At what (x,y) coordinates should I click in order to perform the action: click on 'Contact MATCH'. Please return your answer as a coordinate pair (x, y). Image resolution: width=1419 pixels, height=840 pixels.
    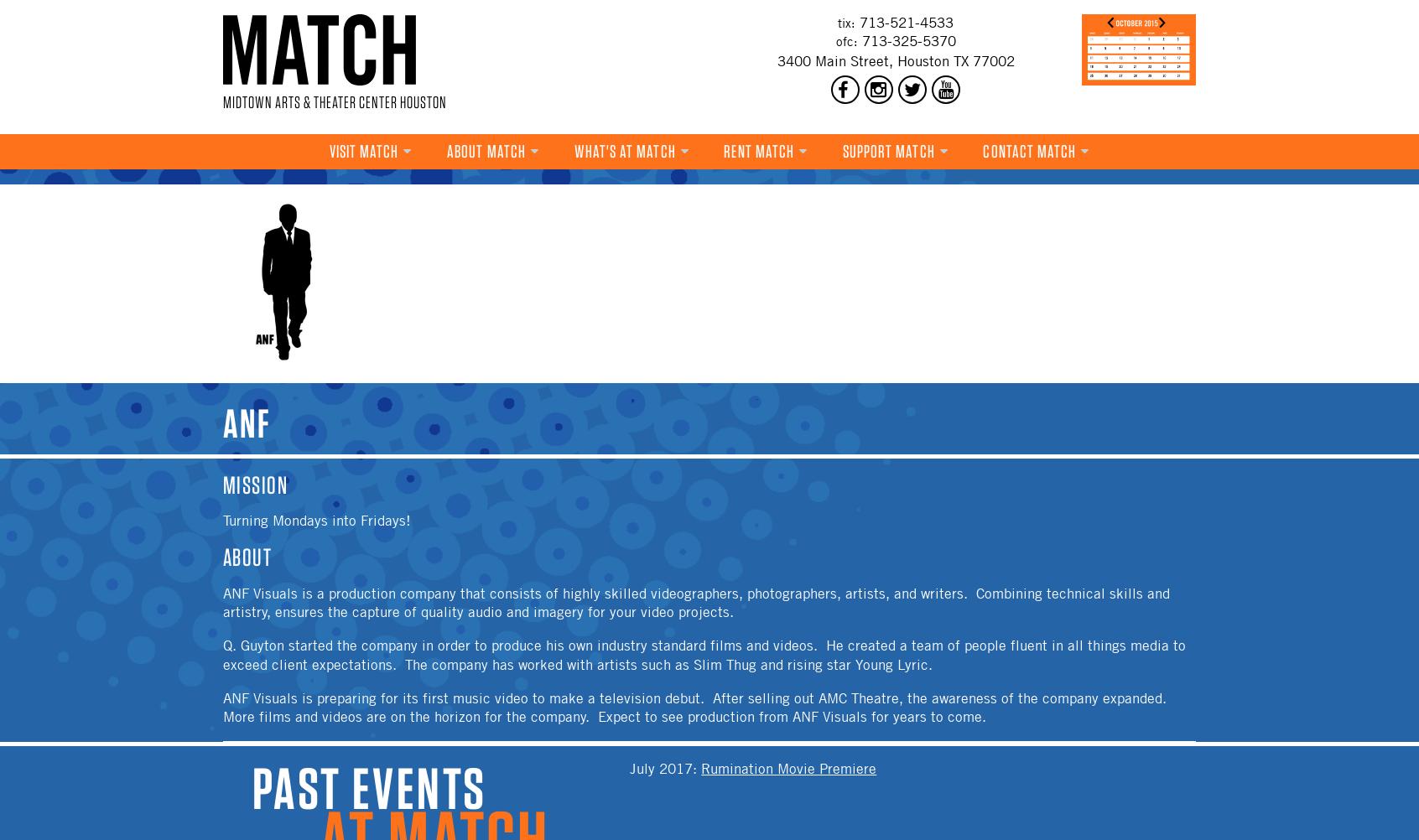
    Looking at the image, I should click on (1029, 150).